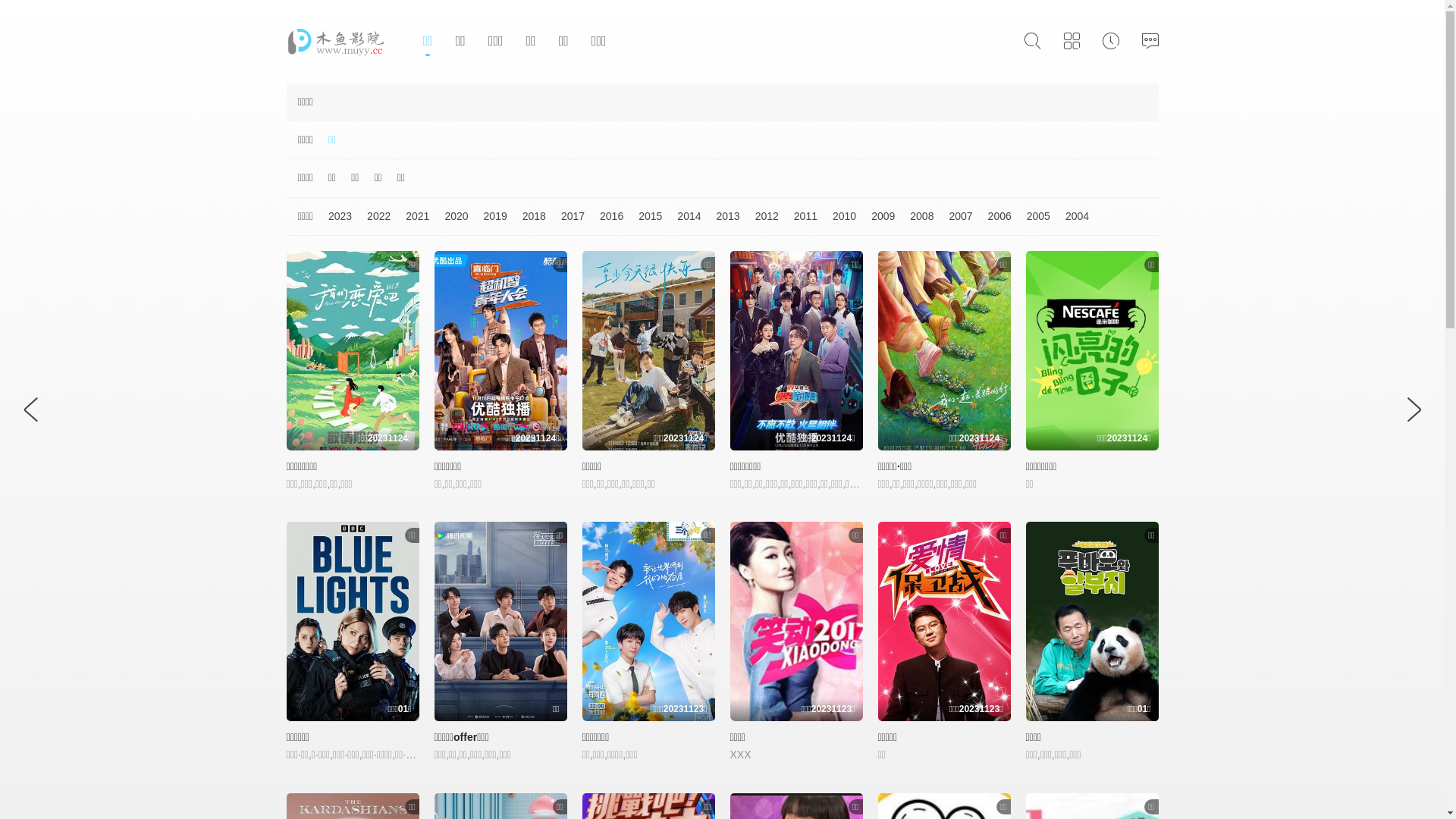 This screenshot has height=819, width=1456. I want to click on '2023', so click(331, 216).